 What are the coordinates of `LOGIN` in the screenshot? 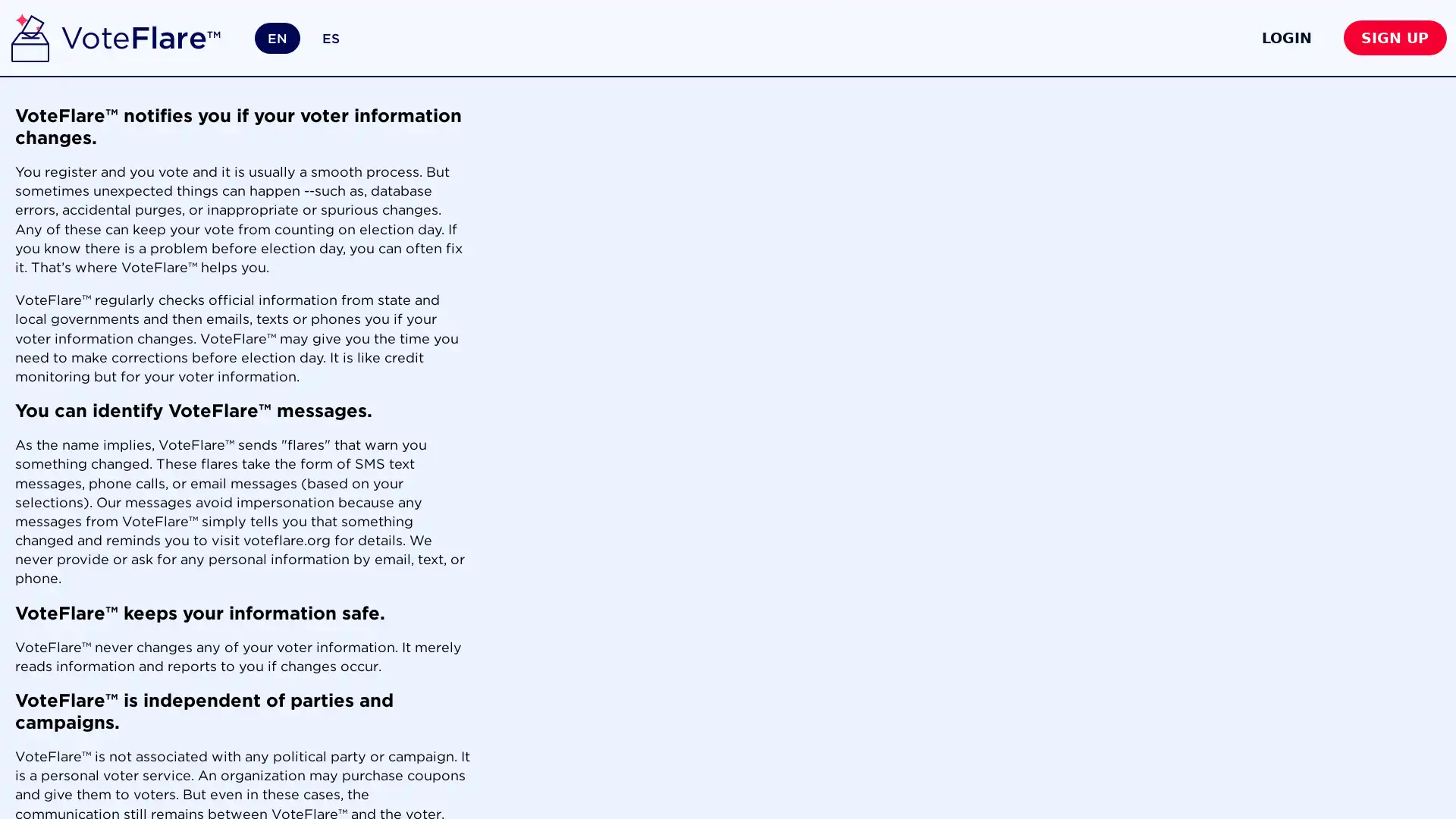 It's located at (1244, 36).